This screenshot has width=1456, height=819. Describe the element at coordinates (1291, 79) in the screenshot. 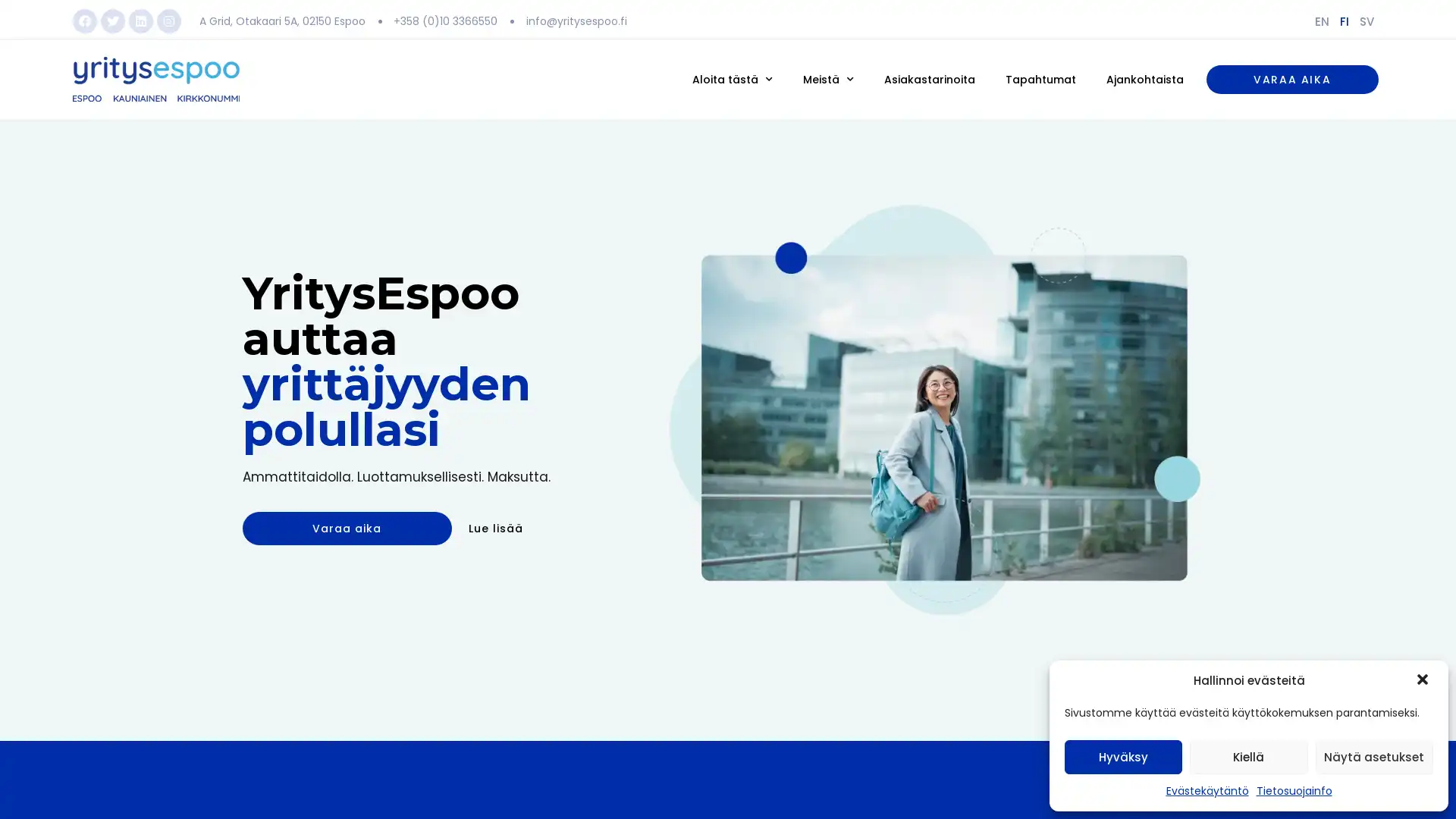

I see `VARAA AIKA` at that location.